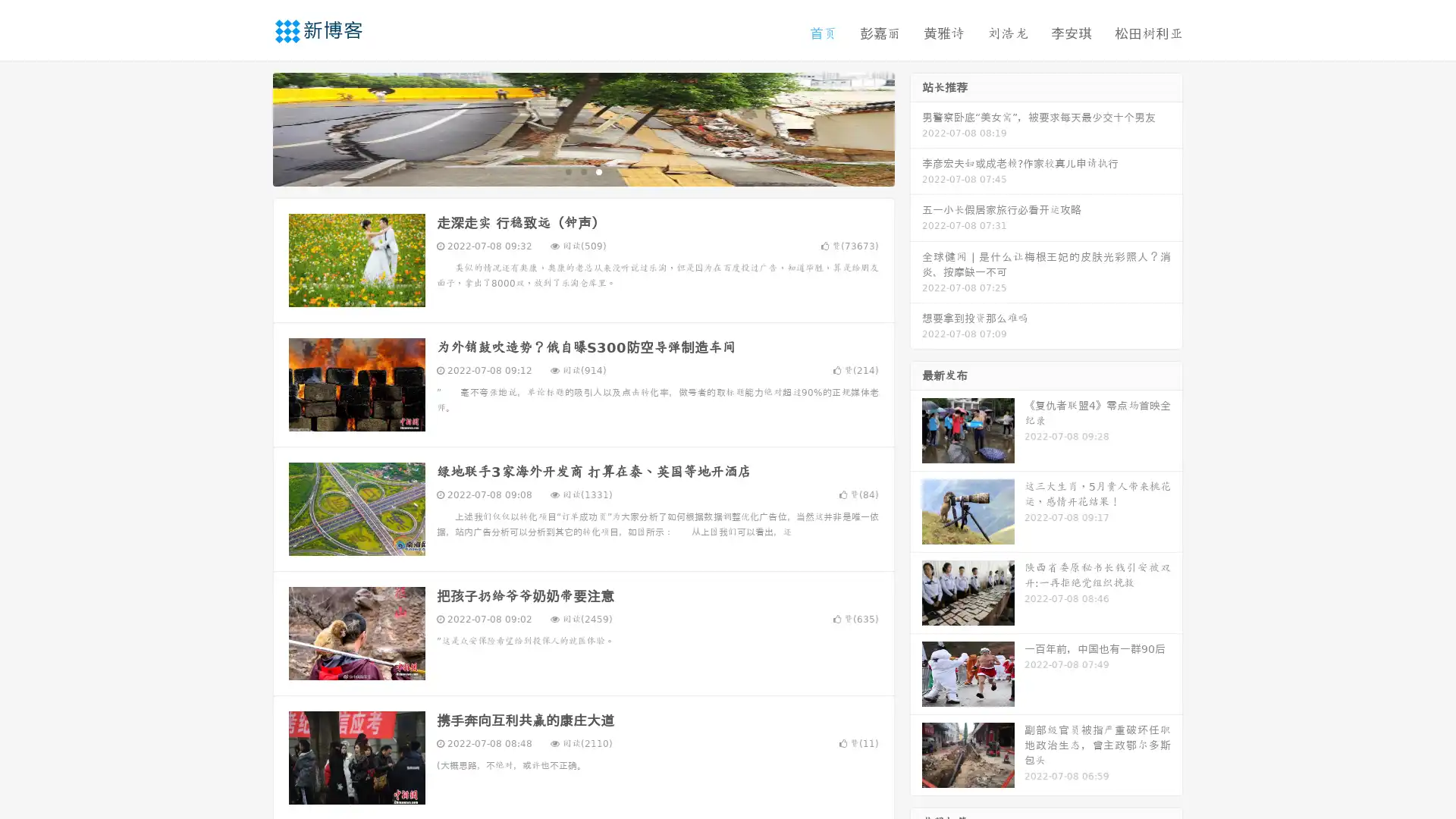 The image size is (1456, 819). What do you see at coordinates (598, 171) in the screenshot?
I see `Go to slide 3` at bounding box center [598, 171].